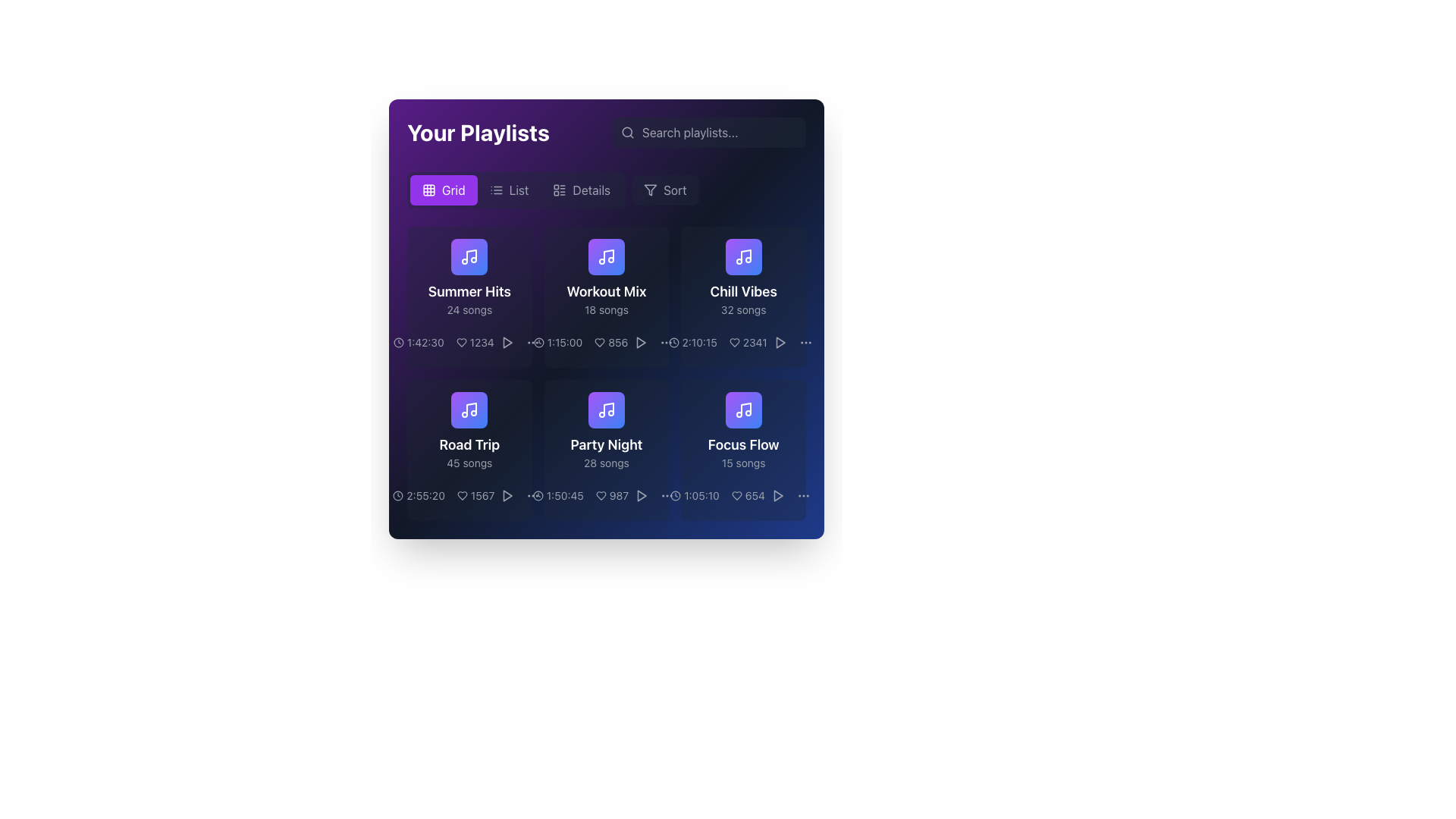 This screenshot has height=819, width=1456. What do you see at coordinates (469, 444) in the screenshot?
I see `title text of the 'Road Trip' playlist located in the 'Your Playlists' section, specifically in the second row and first column` at bounding box center [469, 444].